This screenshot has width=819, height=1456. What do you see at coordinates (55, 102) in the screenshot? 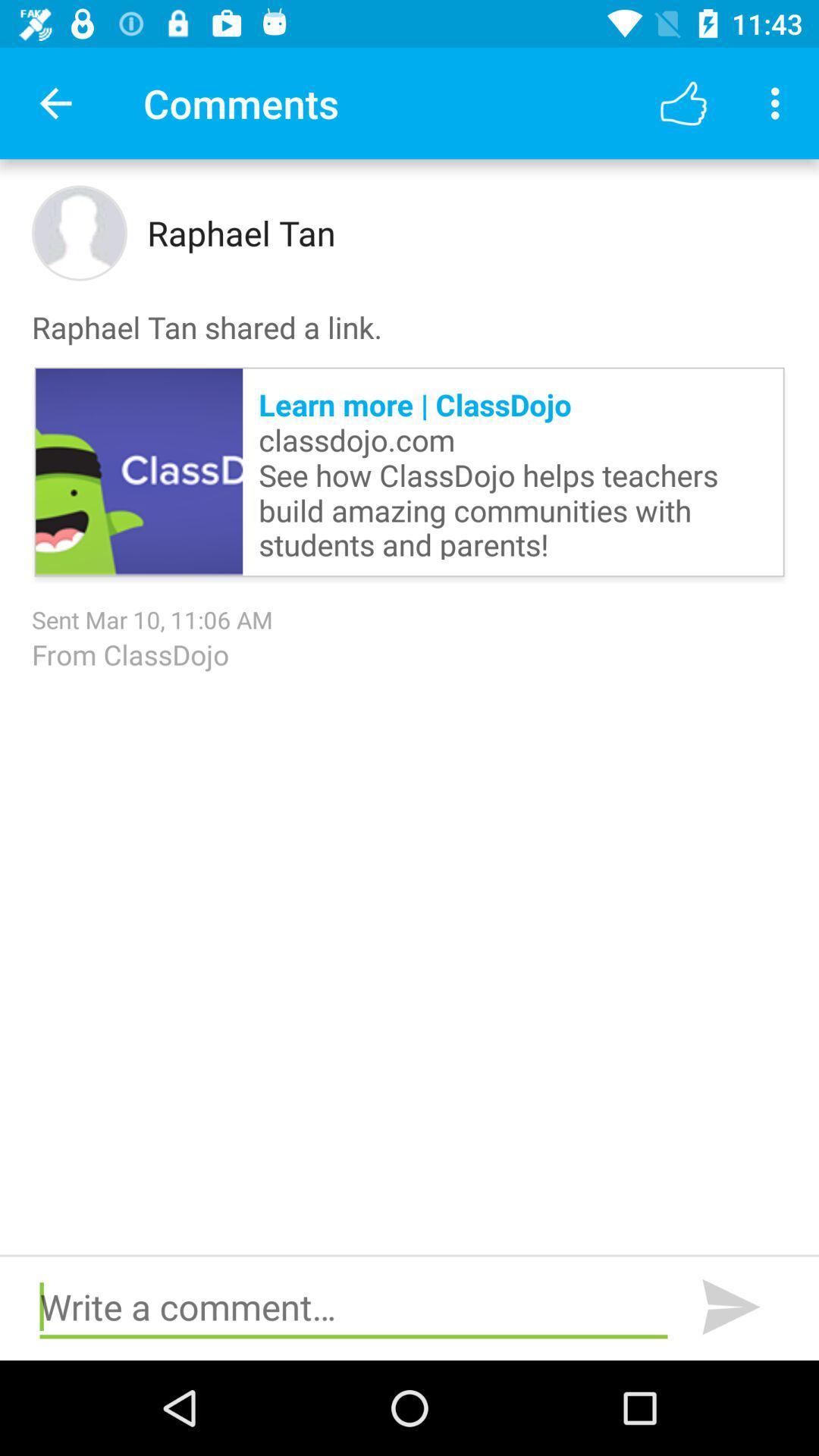
I see `item to the left of comments` at bounding box center [55, 102].